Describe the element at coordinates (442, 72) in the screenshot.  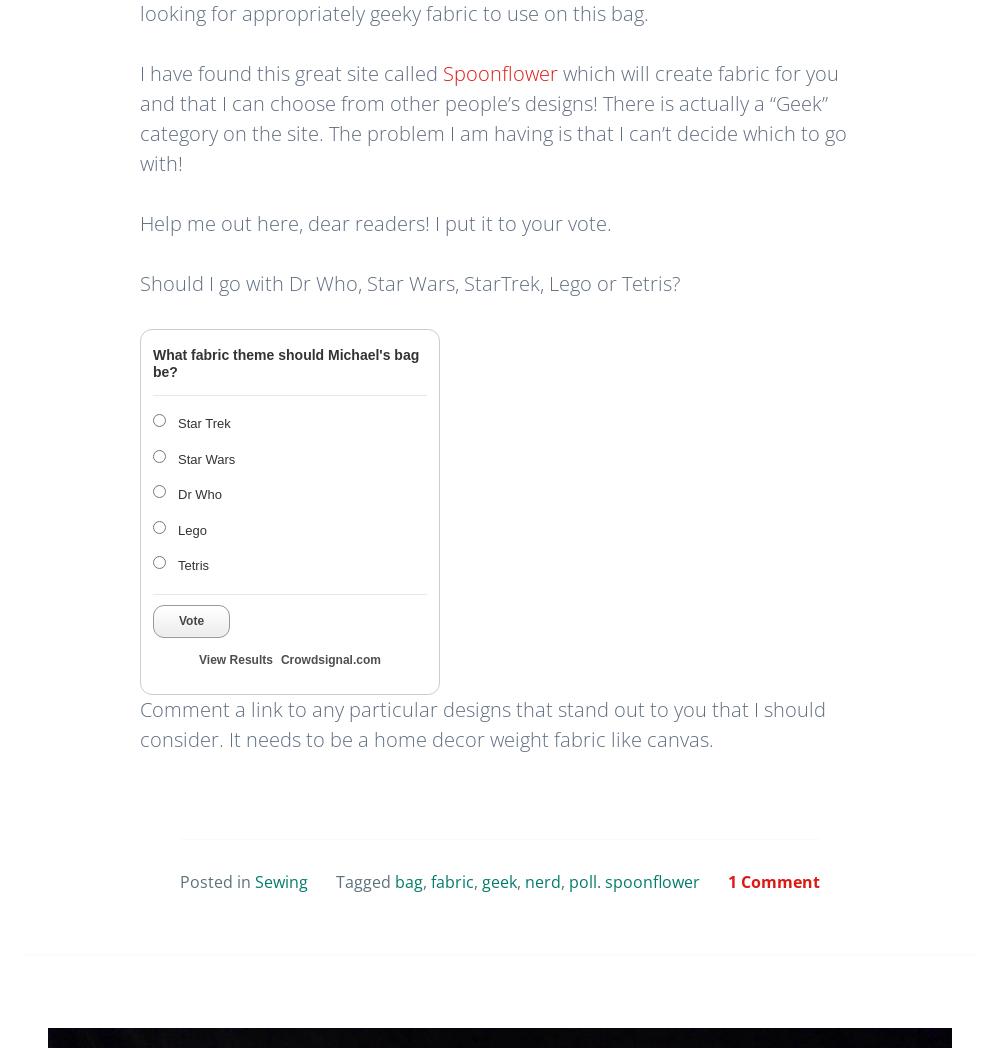
I see `'Spoonflower'` at that location.